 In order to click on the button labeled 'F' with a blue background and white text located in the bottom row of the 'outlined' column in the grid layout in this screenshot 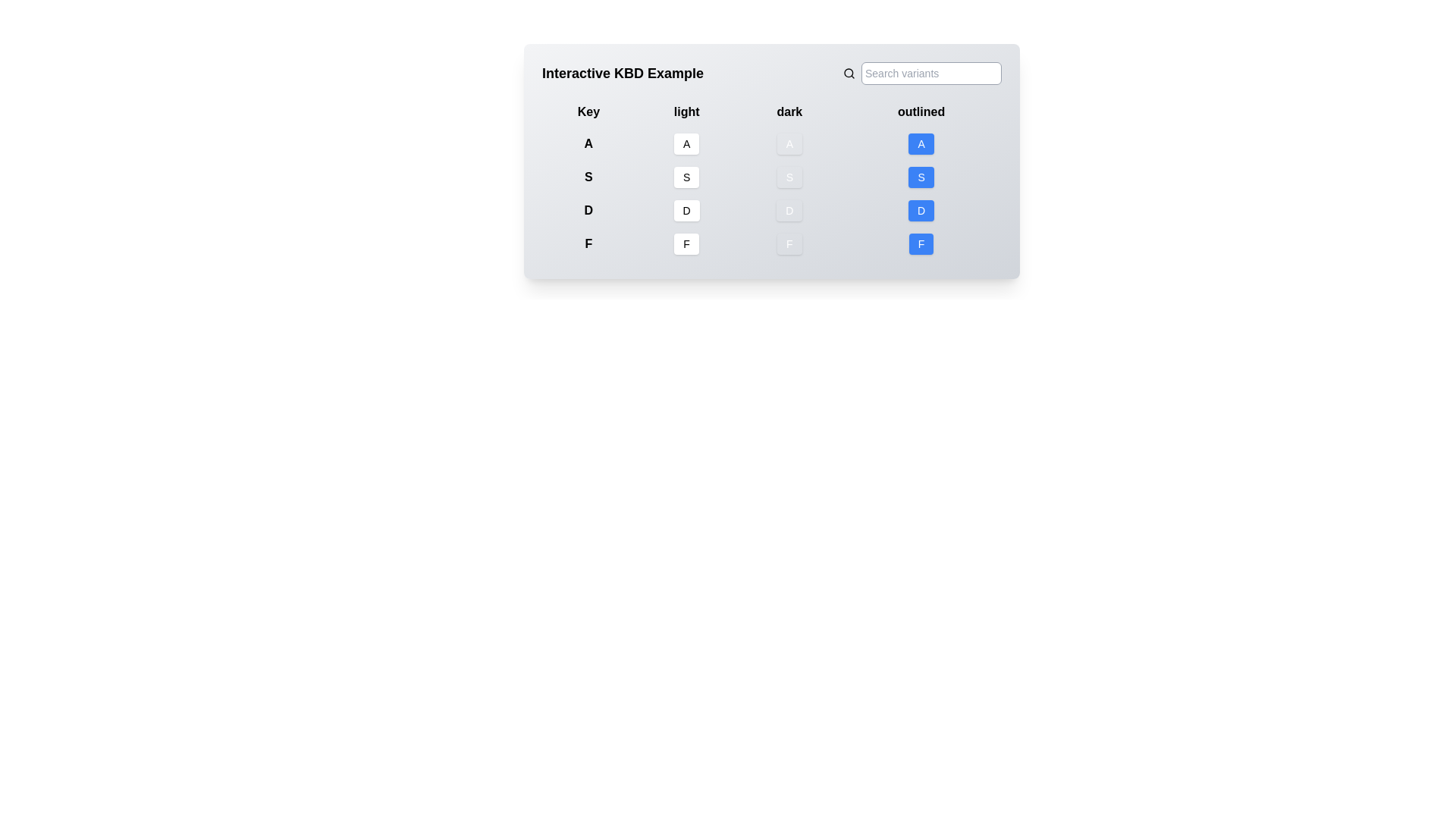, I will do `click(921, 243)`.